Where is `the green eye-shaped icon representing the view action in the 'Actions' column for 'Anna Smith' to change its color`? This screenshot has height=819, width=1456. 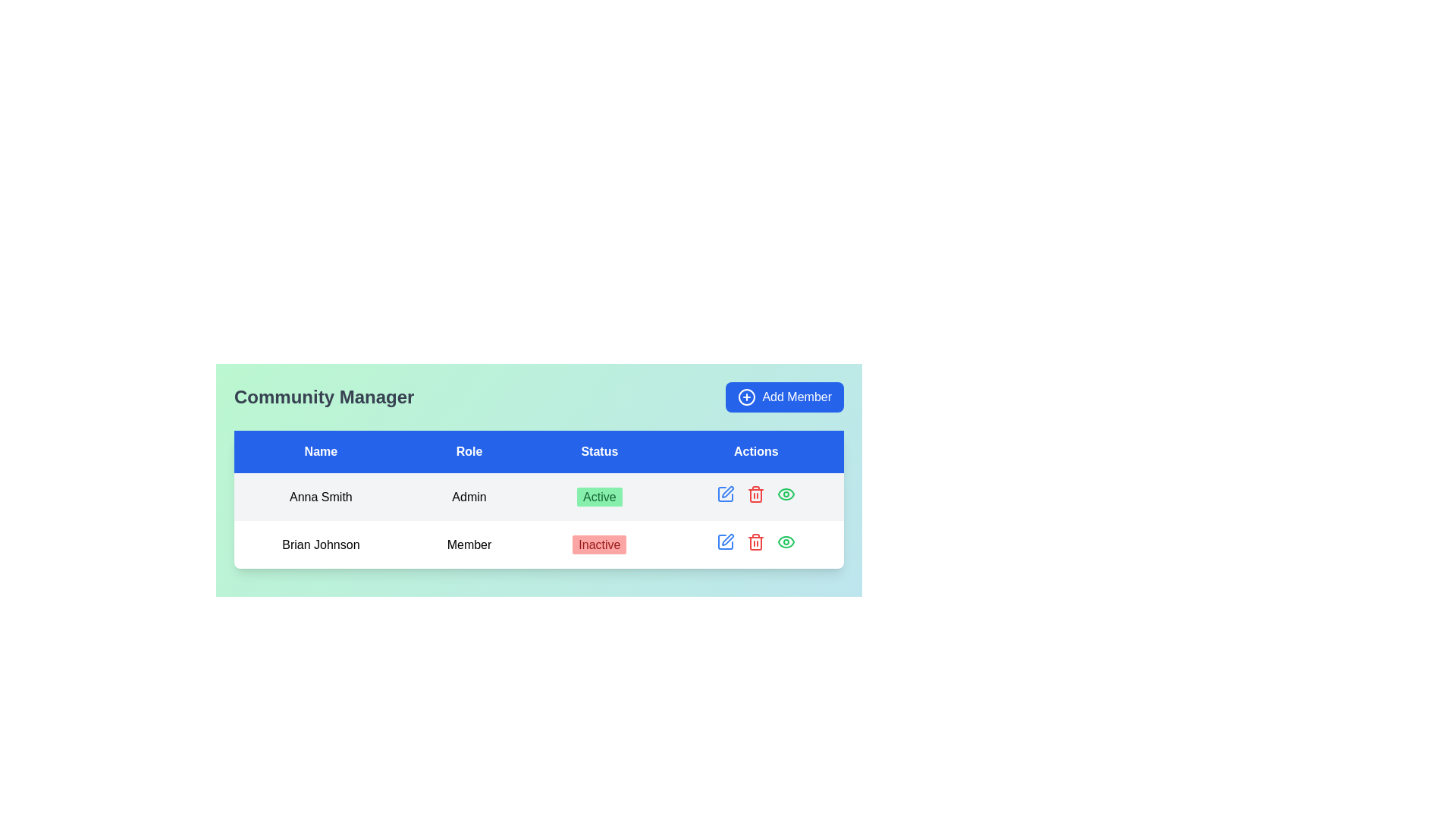 the green eye-shaped icon representing the view action in the 'Actions' column for 'Anna Smith' to change its color is located at coordinates (786, 494).